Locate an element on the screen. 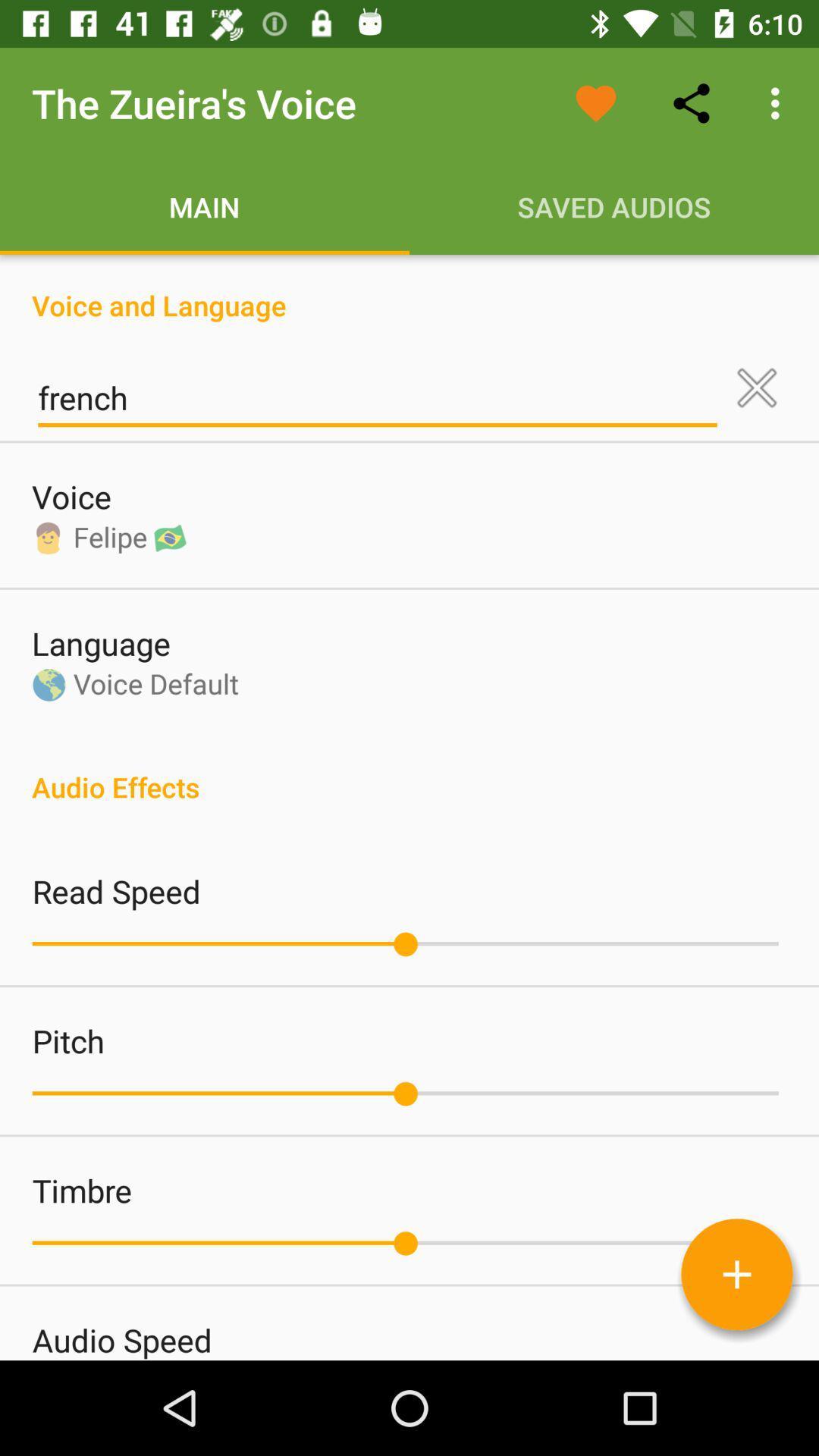  clear language setting is located at coordinates (757, 388).